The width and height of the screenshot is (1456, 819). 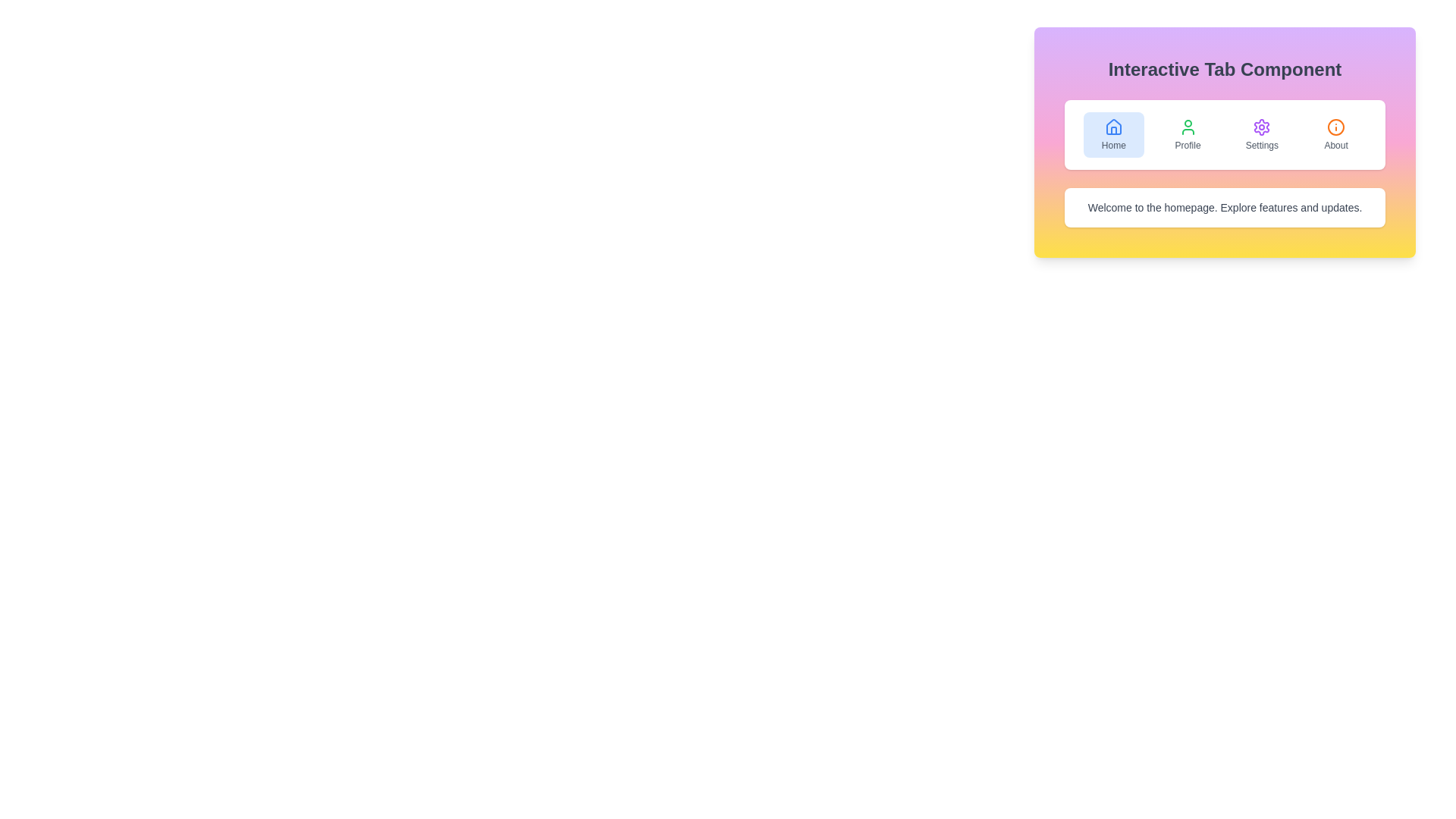 I want to click on the Settings tab by clicking on its button, so click(x=1262, y=133).